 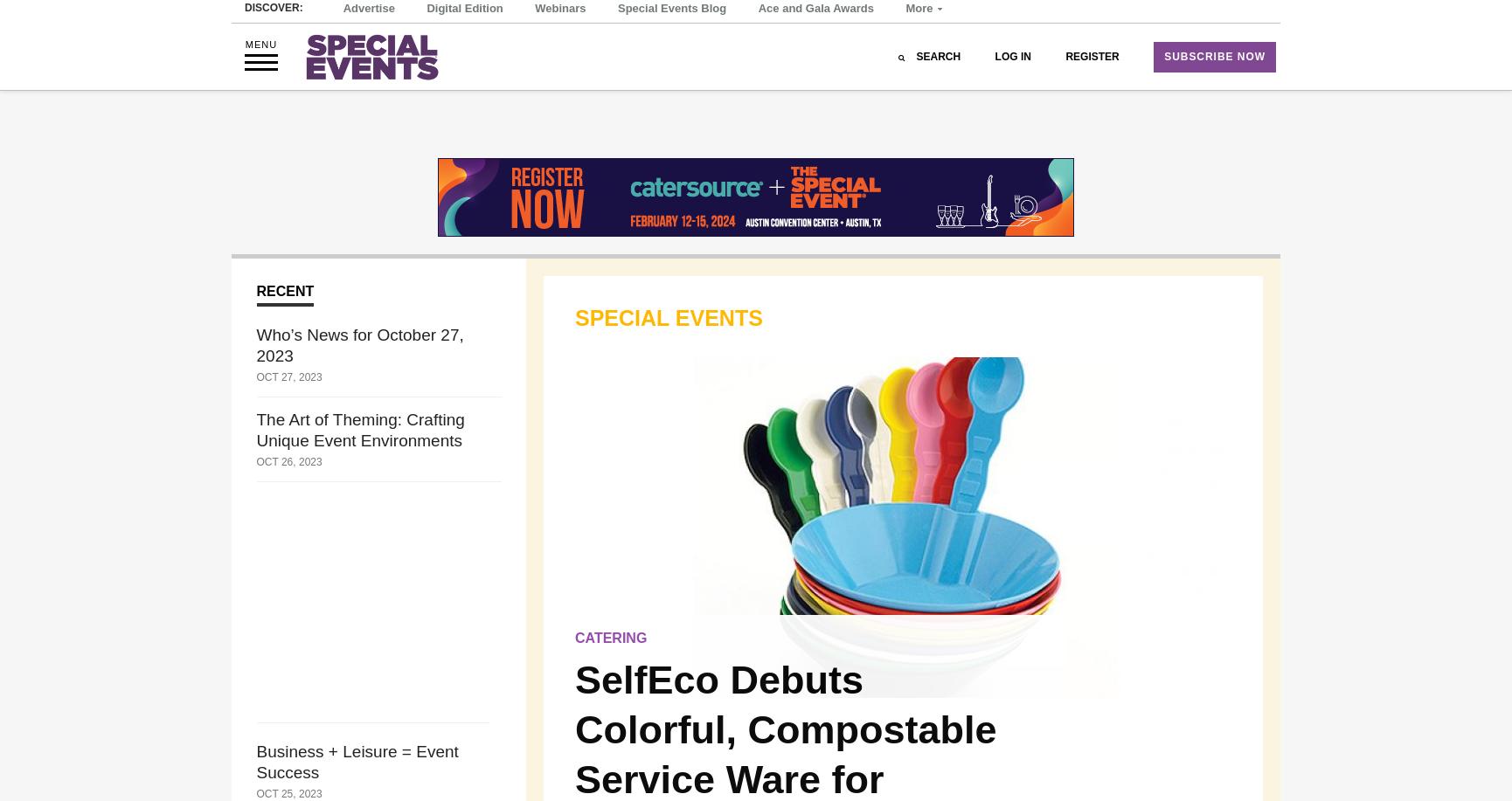 I want to click on 'Search', so click(x=915, y=103).